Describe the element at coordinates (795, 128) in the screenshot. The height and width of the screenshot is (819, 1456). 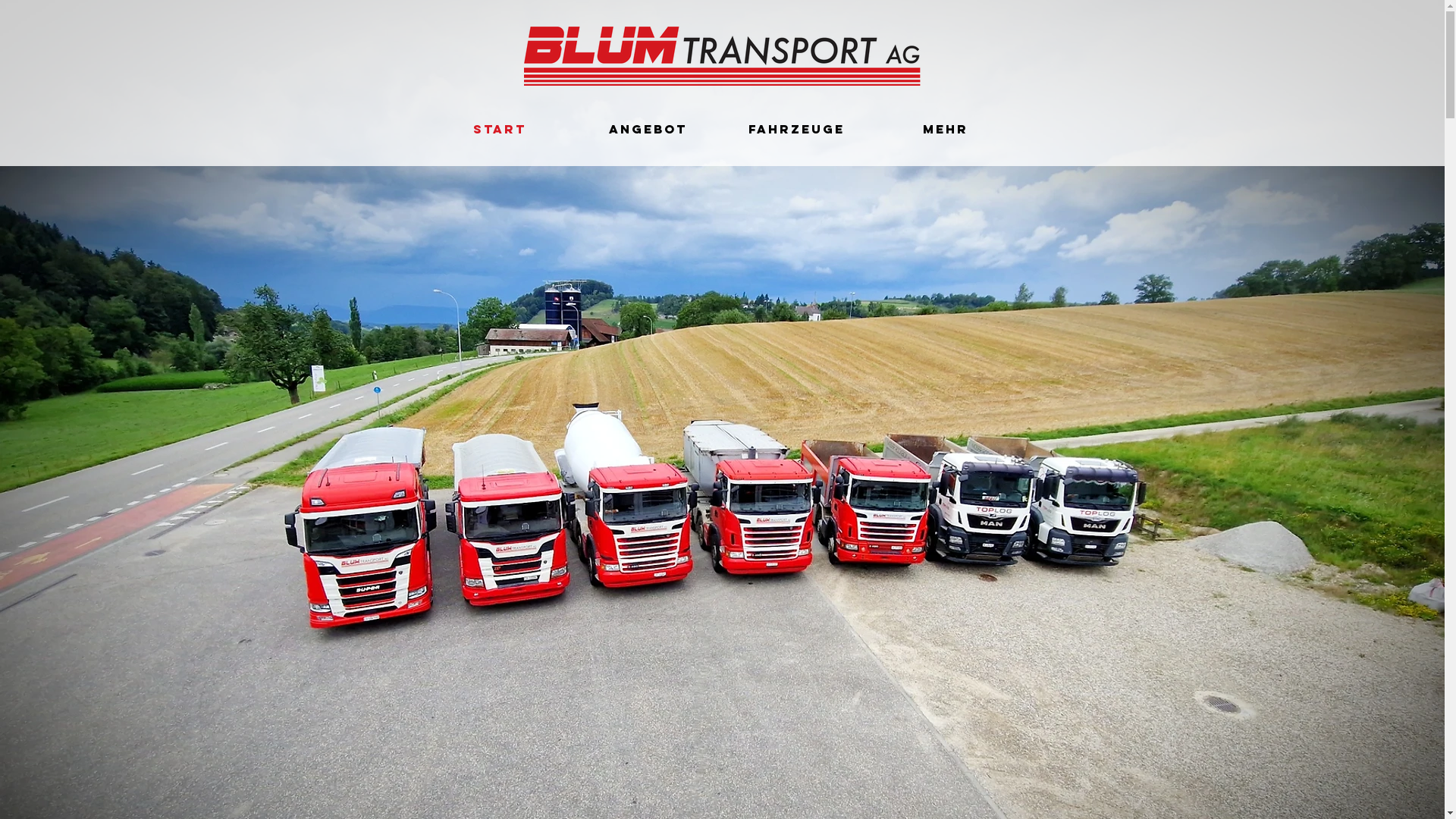
I see `'Fahrzeuge'` at that location.